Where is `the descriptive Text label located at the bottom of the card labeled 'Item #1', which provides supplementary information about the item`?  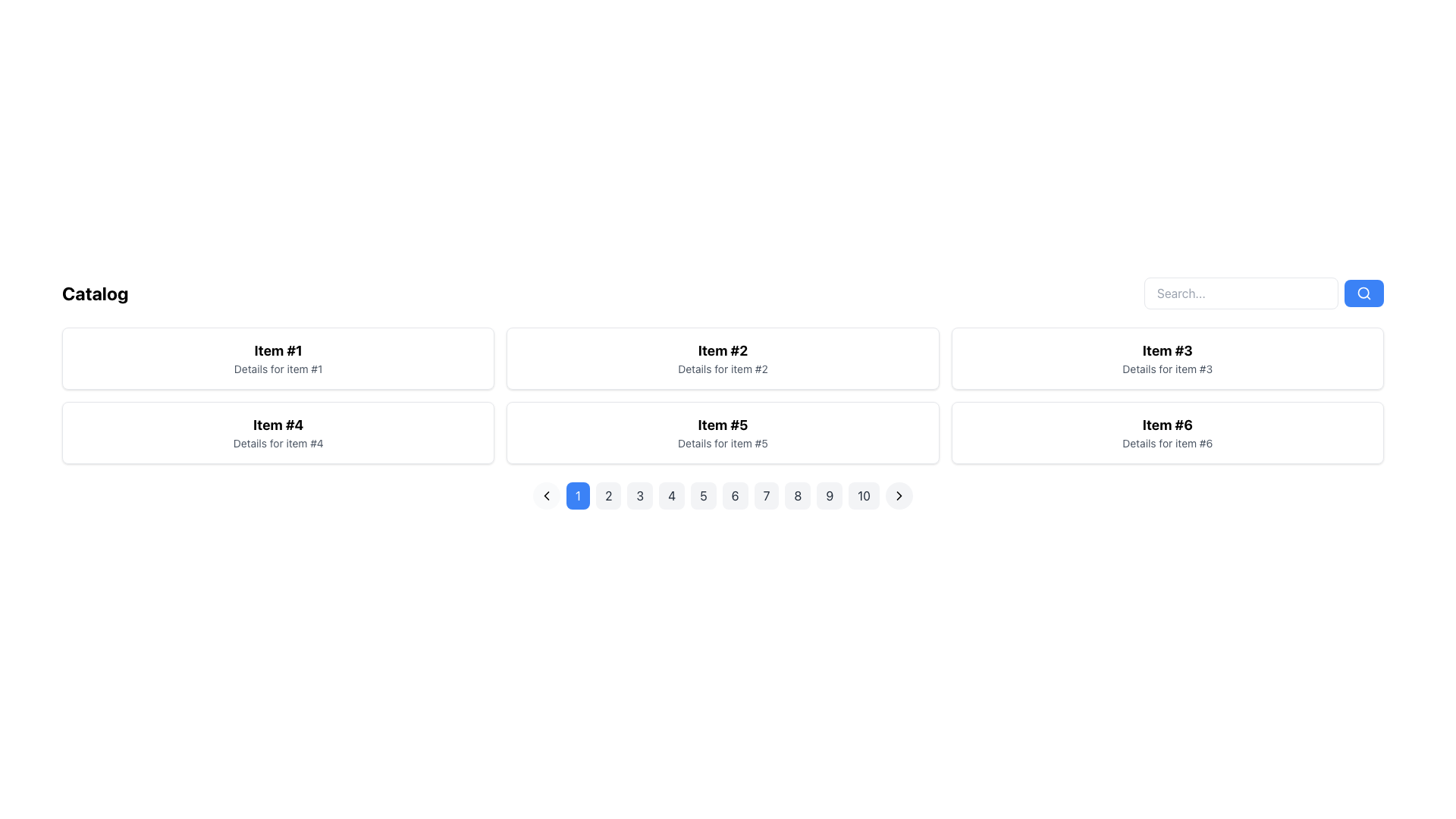
the descriptive Text label located at the bottom of the card labeled 'Item #1', which provides supplementary information about the item is located at coordinates (278, 369).